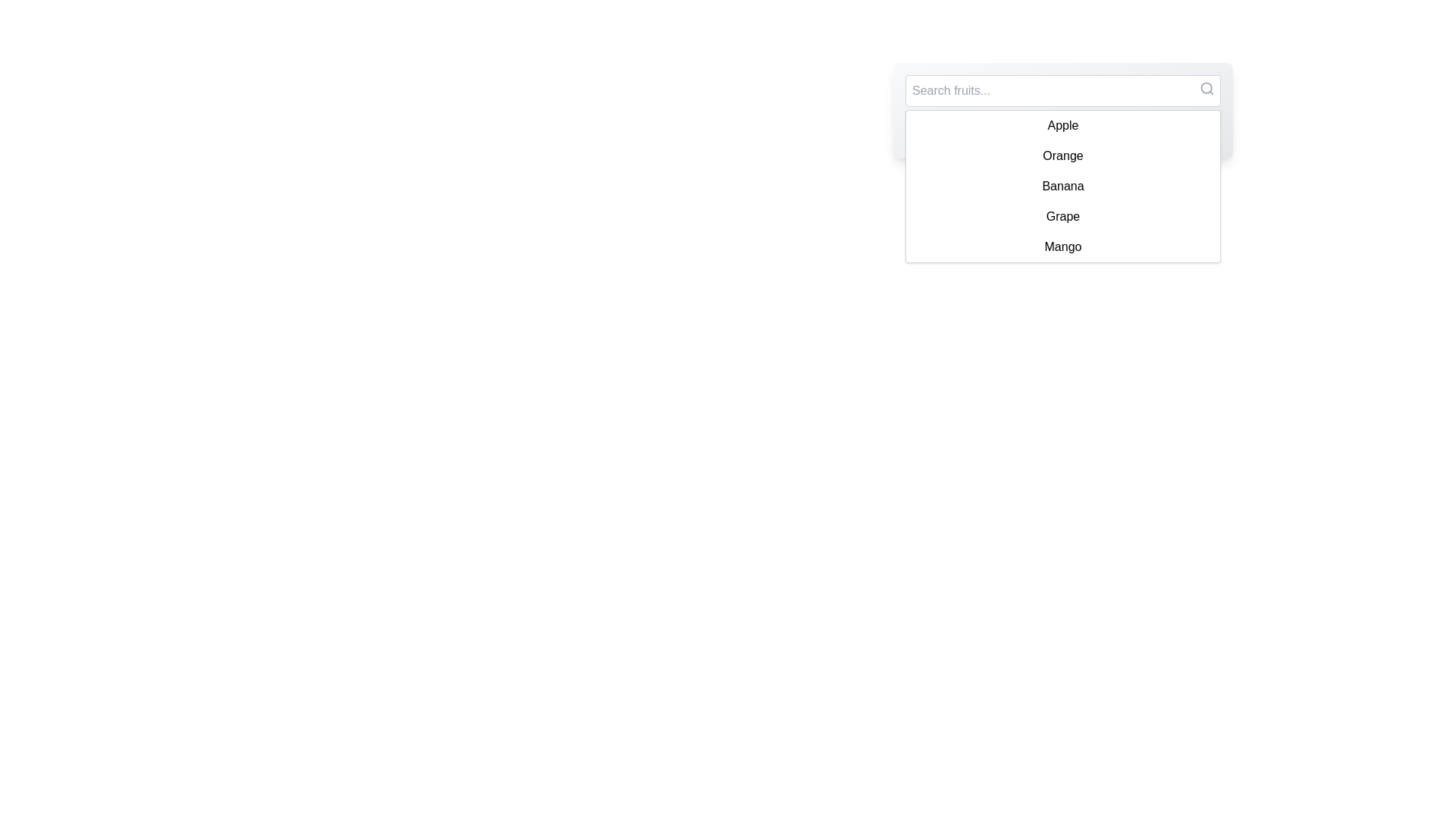 The image size is (1456, 819). Describe the element at coordinates (1062, 186) in the screenshot. I see `the third selectable text item labeled 'Banana' in the dropdown menu to make a selection` at that location.